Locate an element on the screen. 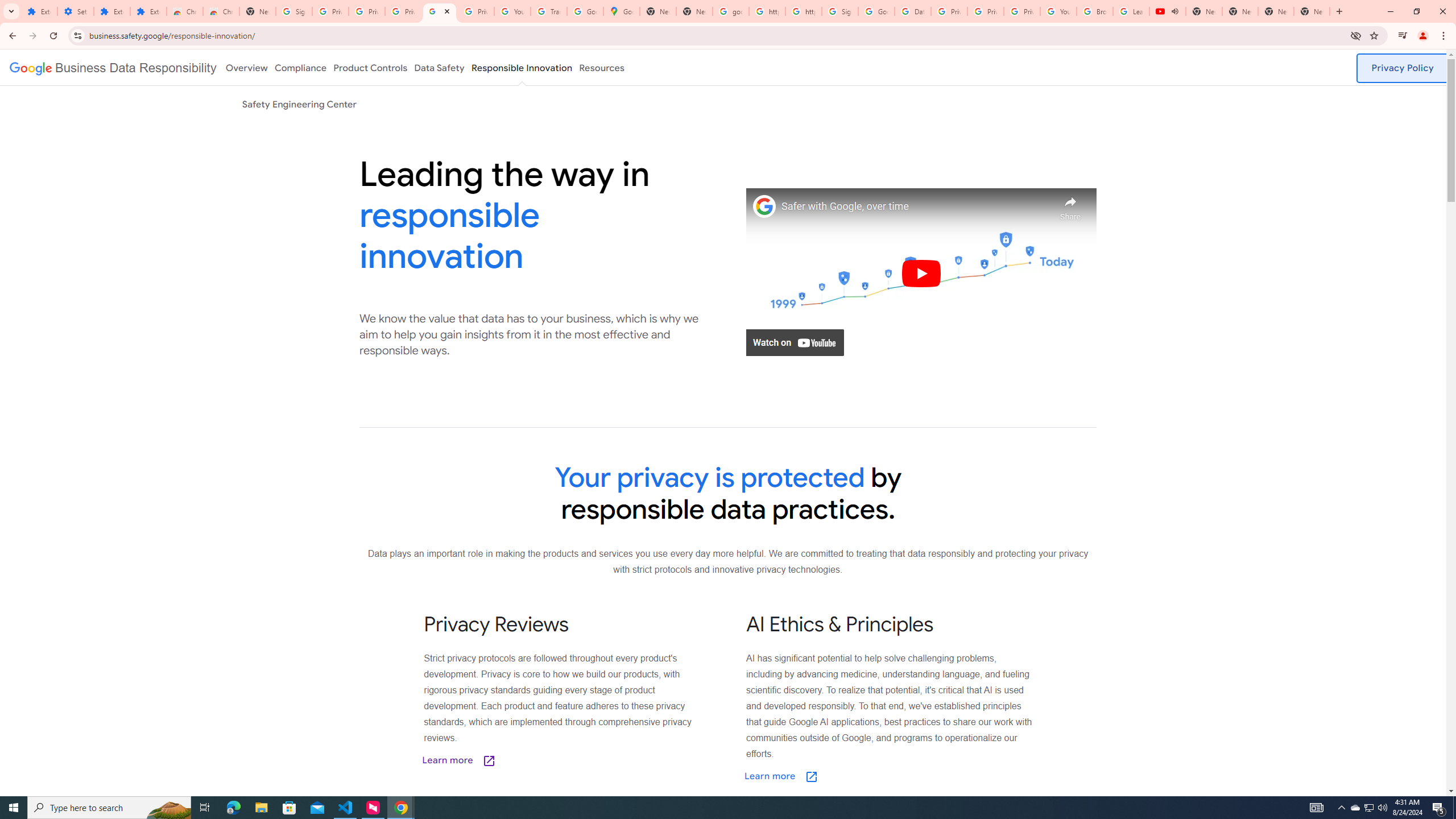 This screenshot has height=819, width=1456. 'Chrome Web Store' is located at coordinates (185, 11).